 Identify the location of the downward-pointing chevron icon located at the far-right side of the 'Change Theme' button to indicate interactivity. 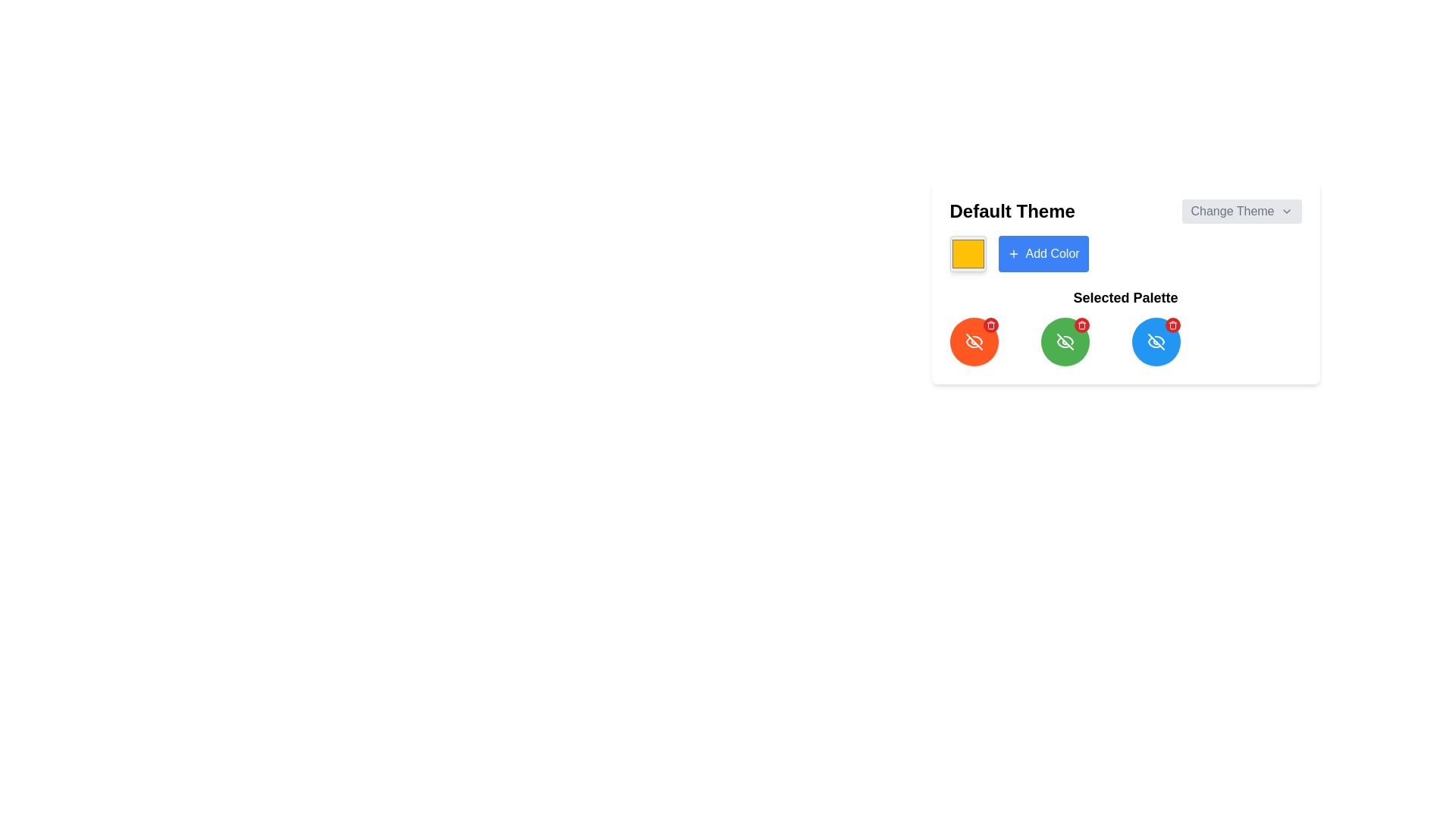
(1285, 211).